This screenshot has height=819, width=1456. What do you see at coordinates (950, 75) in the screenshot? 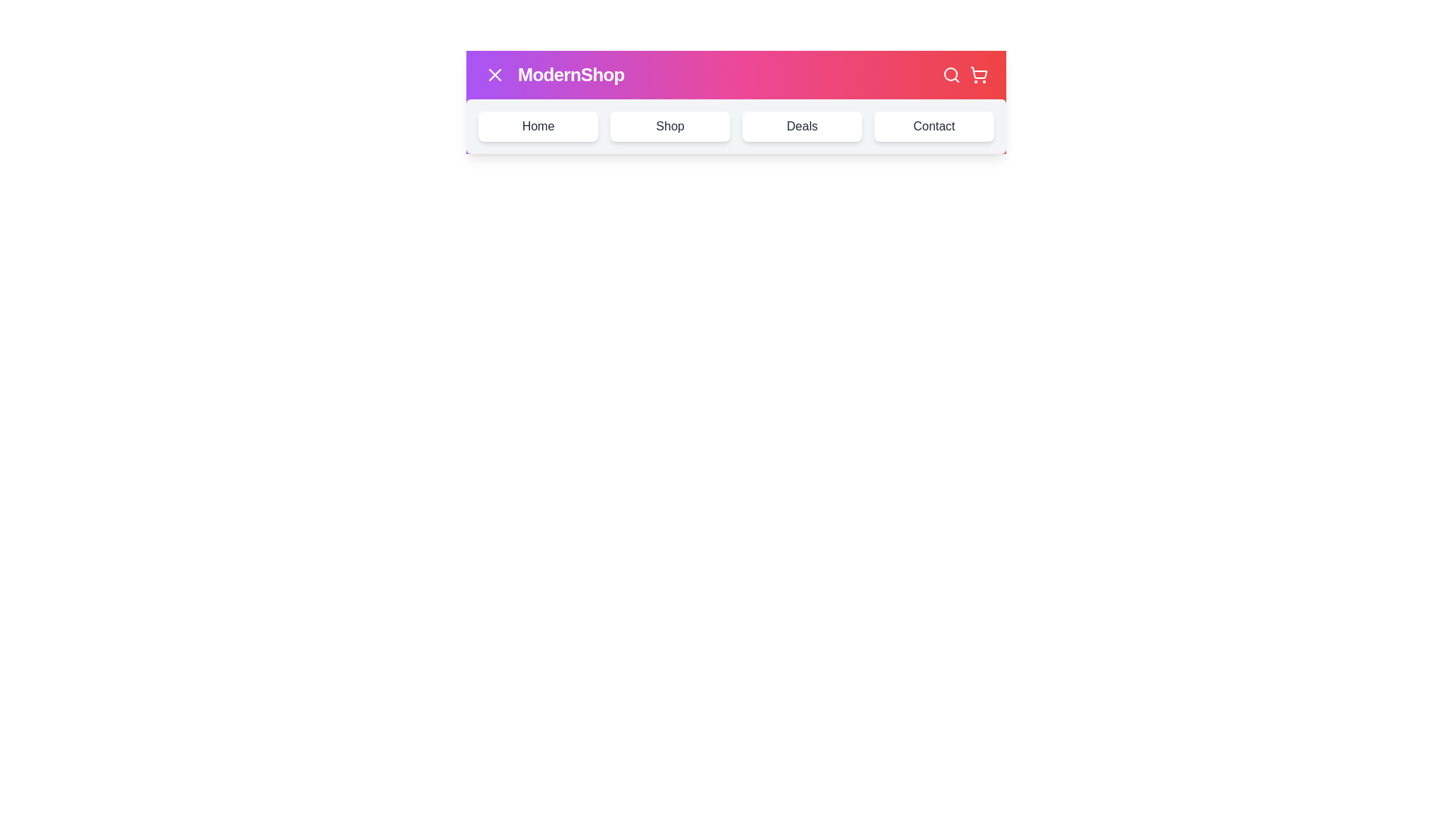
I see `the search button` at bounding box center [950, 75].